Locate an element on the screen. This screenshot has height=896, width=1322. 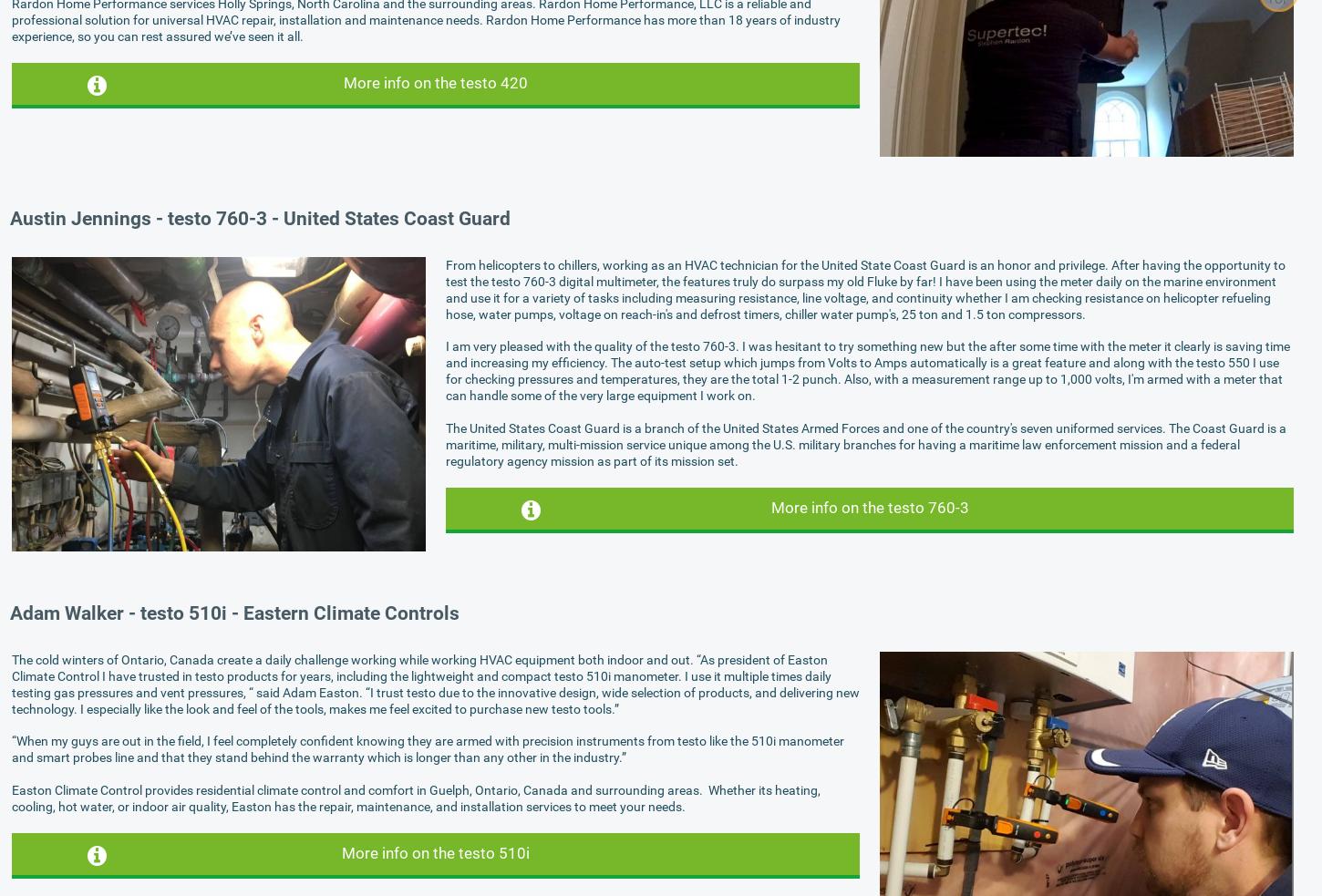
'From helicopters to chillers, working as an HVAC technician for the United State Coast Guard is an honor and privilege. After having the opportunity to test the testo 760-3 digital multimeter, the features truly do surpass my old Fluke by far! I have been using the meter daily on the marine environment and use it for a variety of tasks including measuring resistance, line voltage, and continuity whether I am checking resistance on helicopter refueling hose, water pumps, voltage on reach-in's and defrost timers, chiller water pump's, 25 ton and 1.5 ton compressors.' is located at coordinates (445, 289).